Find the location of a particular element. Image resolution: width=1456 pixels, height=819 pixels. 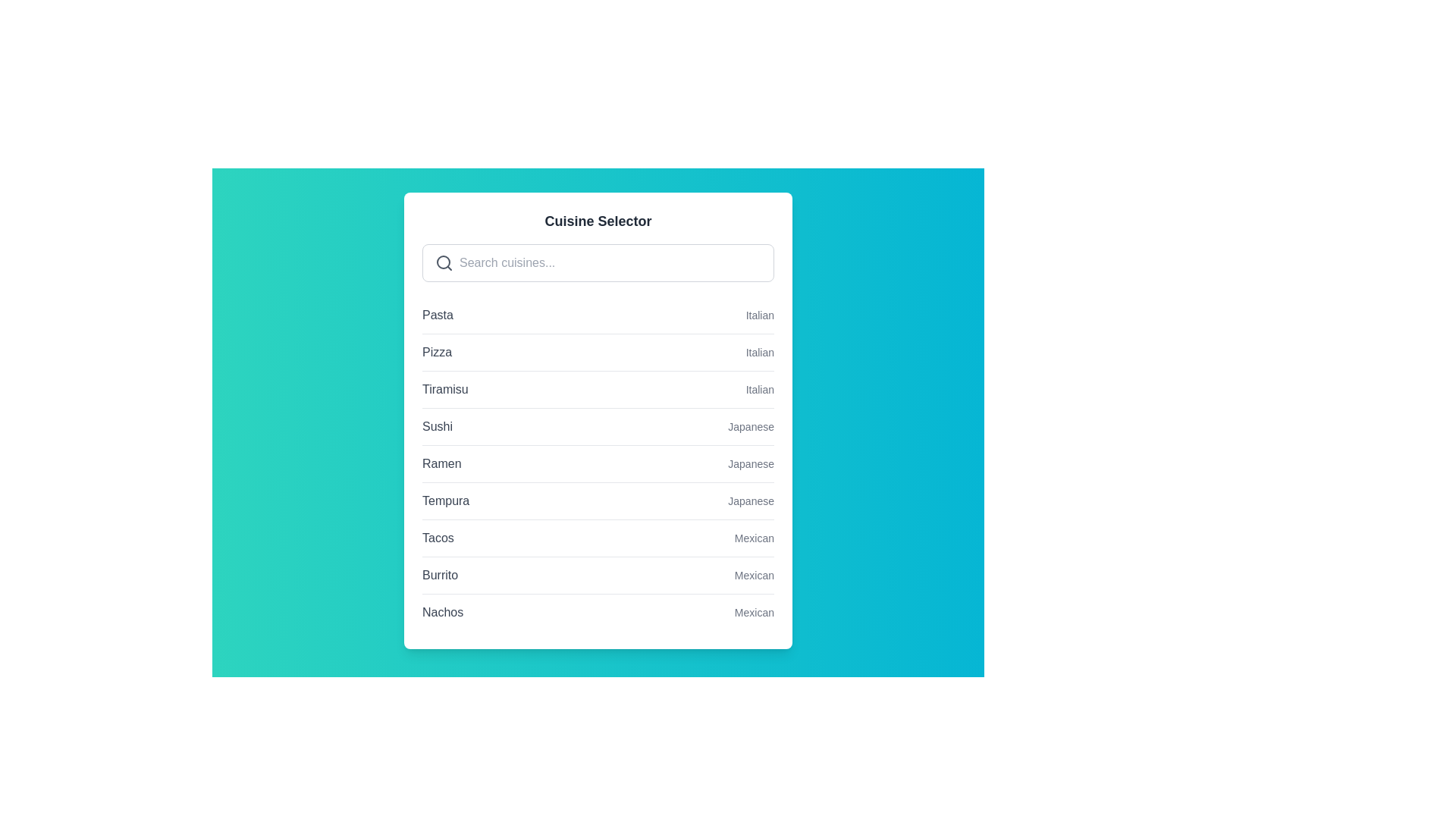

the 'Sushi' text label, which is positioned in the center area of the list, to the left of 'Japanese' and above 'Ramen' is located at coordinates (436, 427).